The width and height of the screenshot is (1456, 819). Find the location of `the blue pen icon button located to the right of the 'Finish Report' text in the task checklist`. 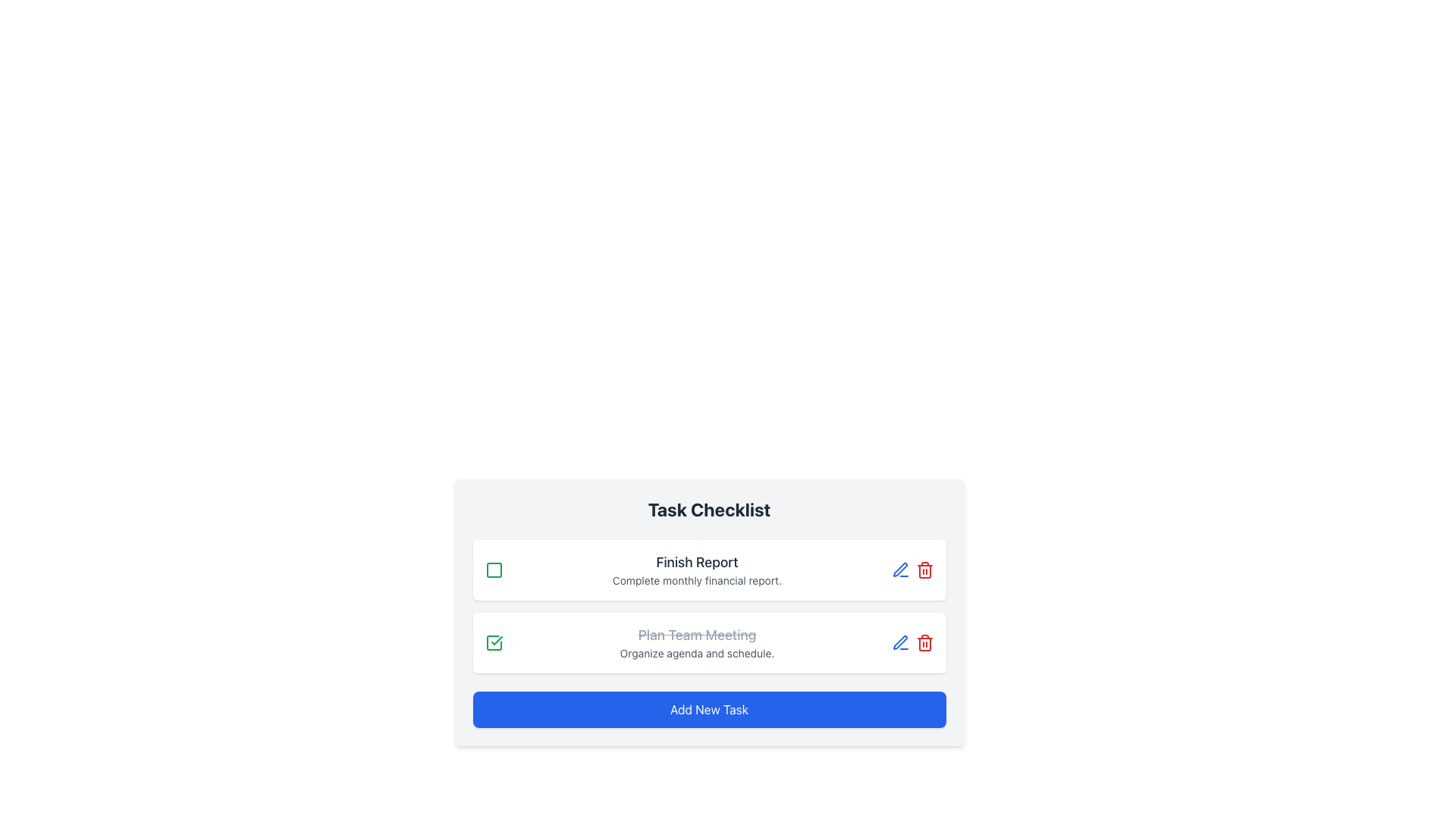

the blue pen icon button located to the right of the 'Finish Report' text in the task checklist is located at coordinates (900, 643).